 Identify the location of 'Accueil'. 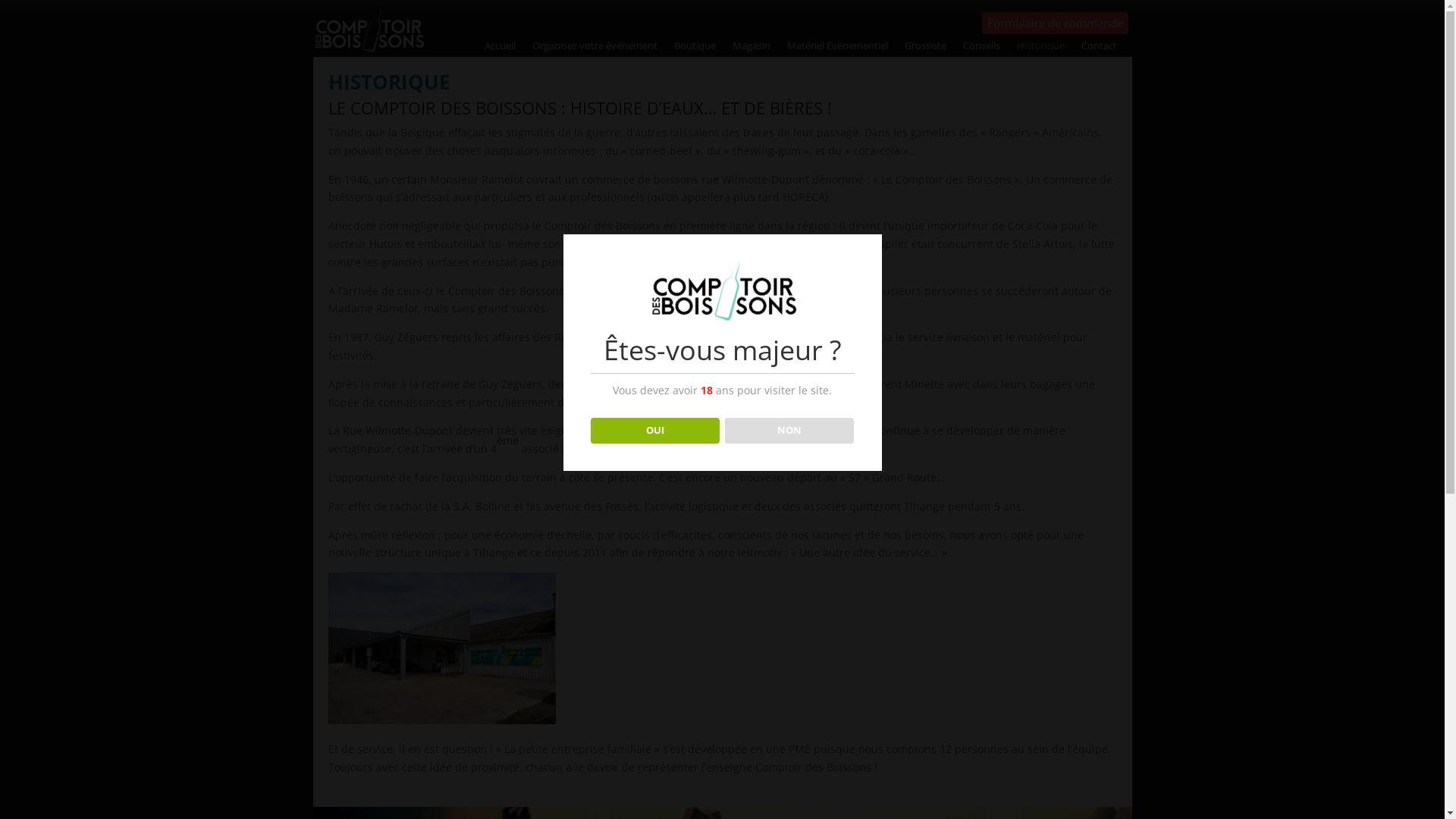
(500, 48).